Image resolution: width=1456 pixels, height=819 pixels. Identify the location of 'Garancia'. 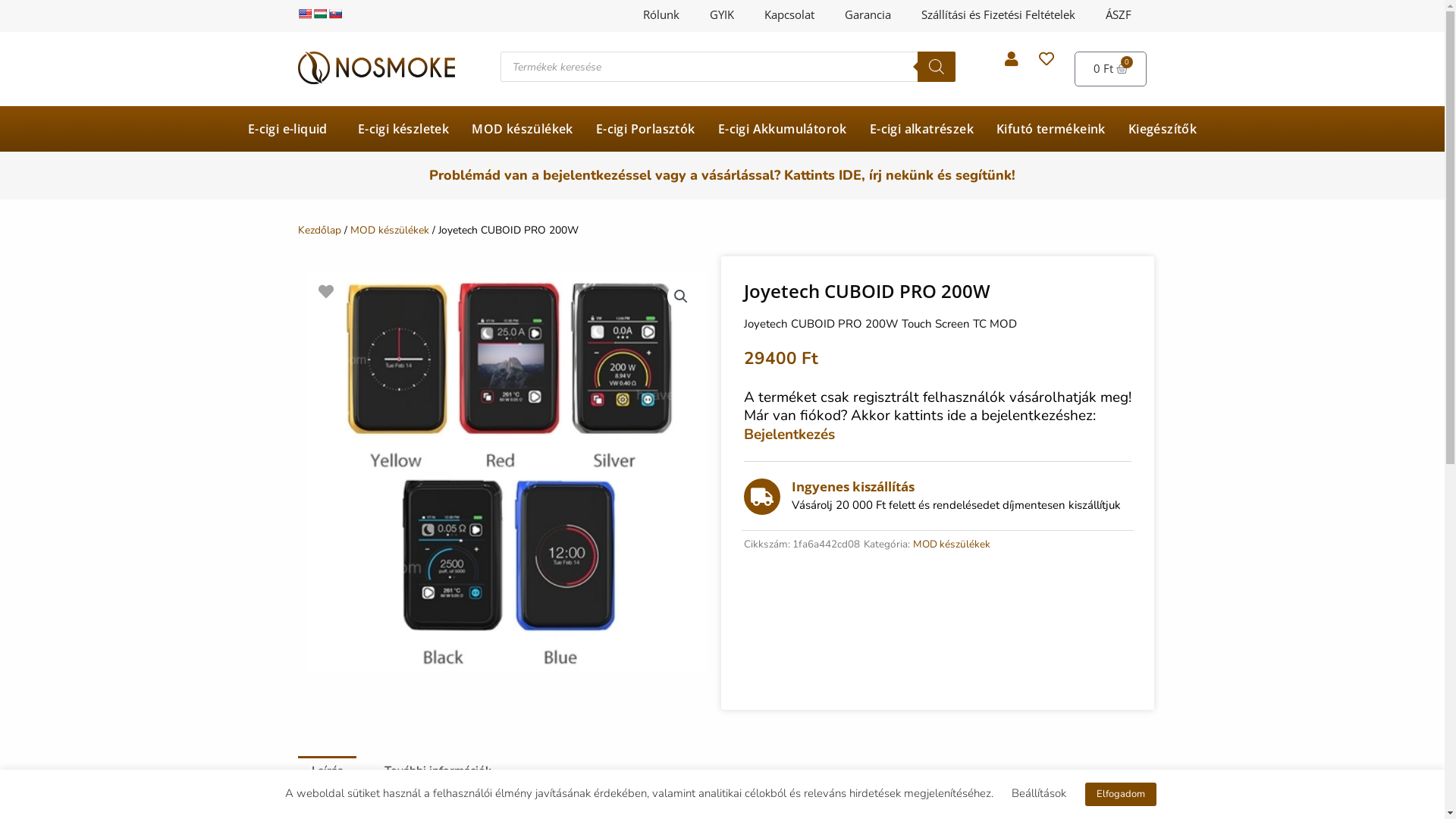
(829, 14).